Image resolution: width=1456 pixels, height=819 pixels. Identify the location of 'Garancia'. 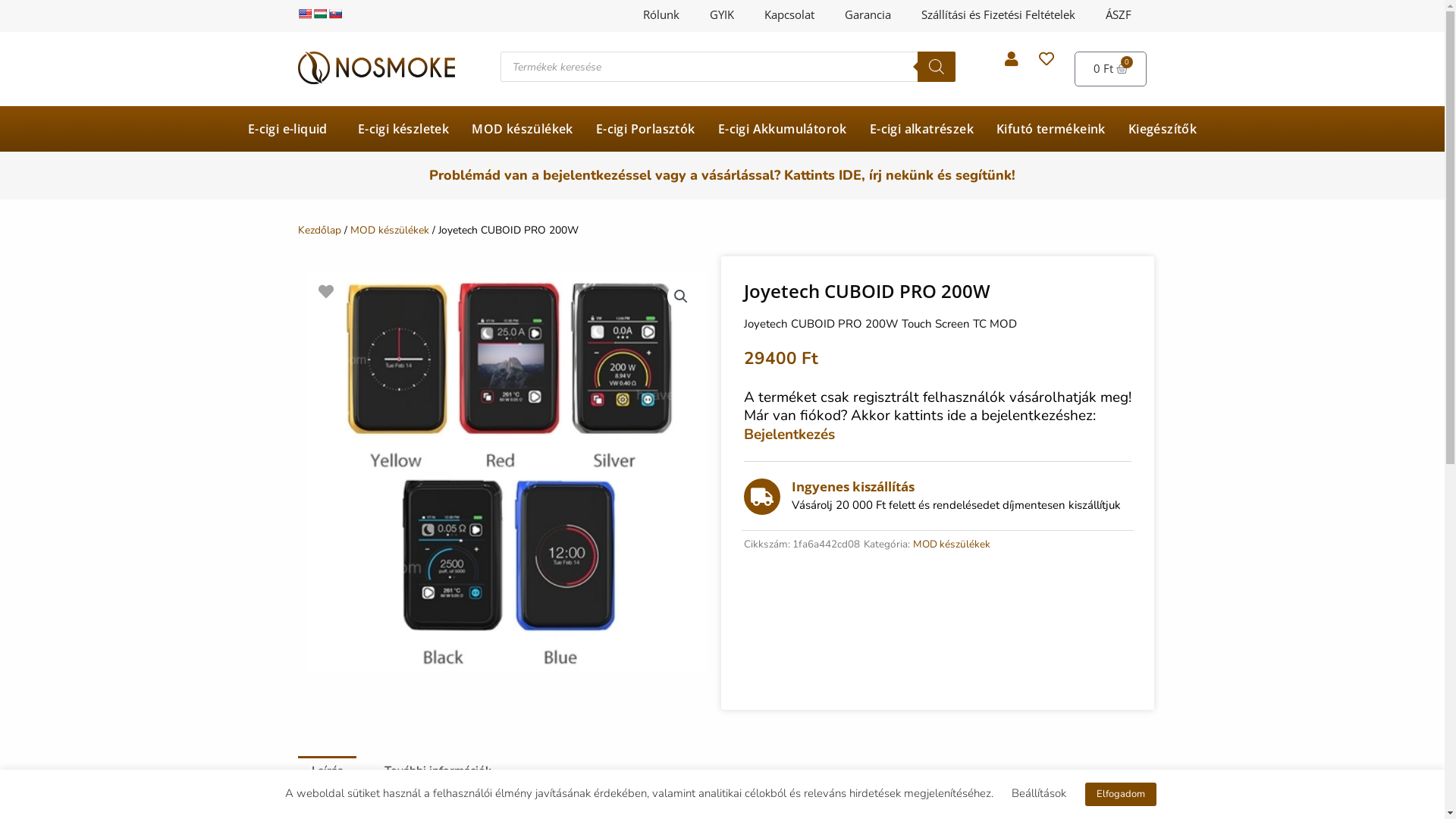
(829, 14).